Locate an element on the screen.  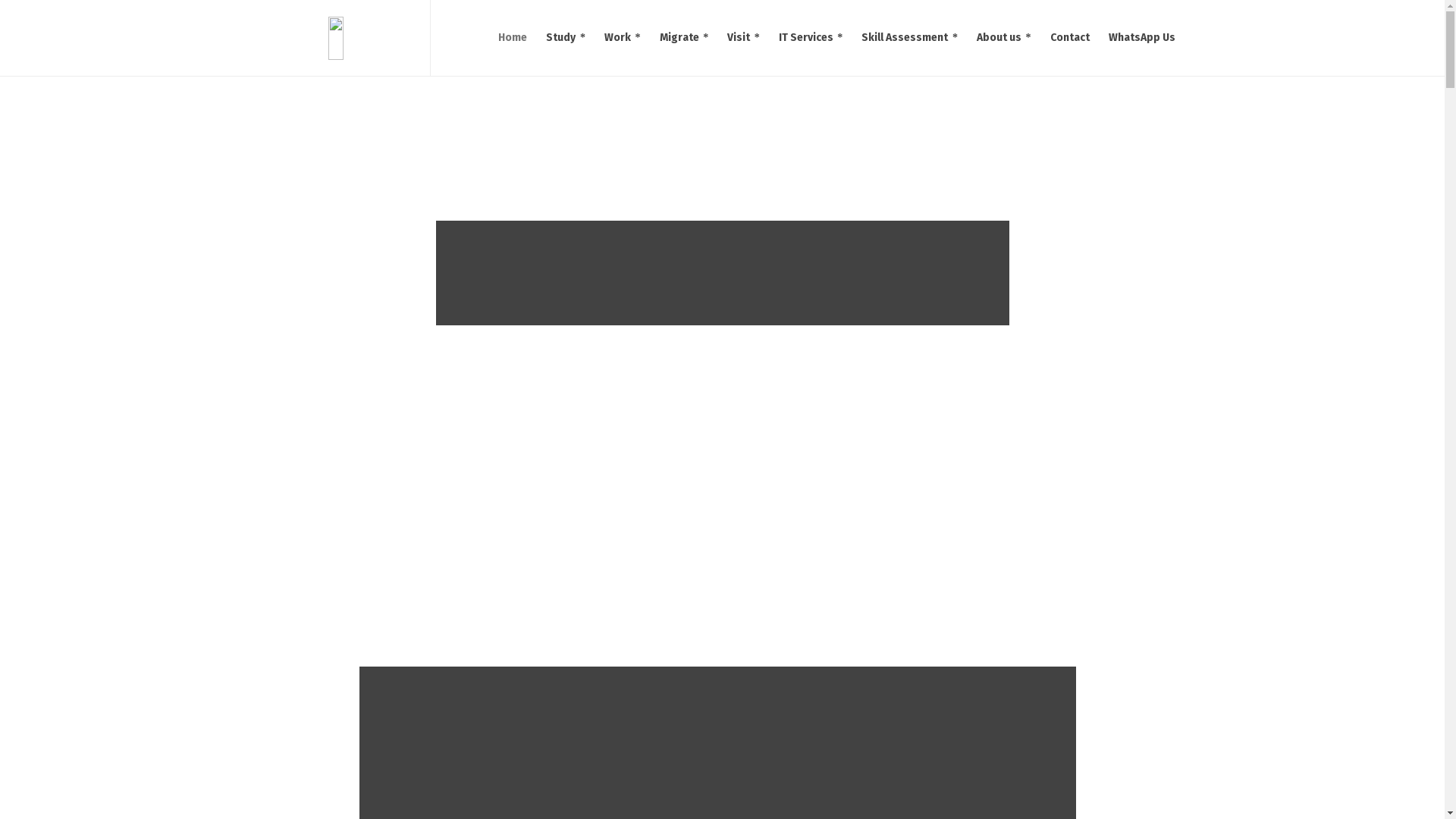
'Skill Assessment' is located at coordinates (910, 37).